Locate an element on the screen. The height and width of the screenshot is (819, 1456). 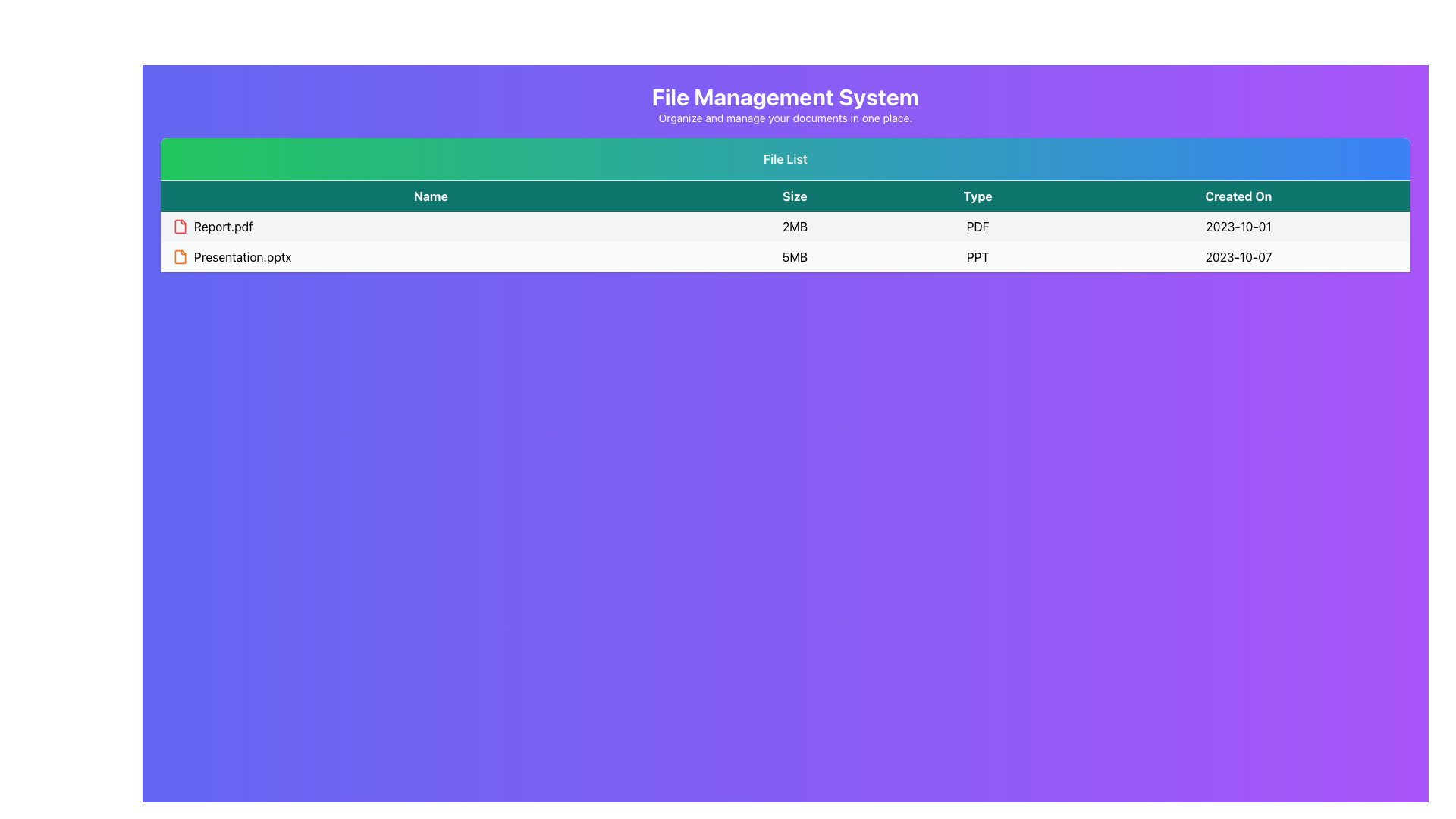
the red document file icon located in the 'File List' table, positioned to the left of the text 'Report.pdf' is located at coordinates (180, 227).